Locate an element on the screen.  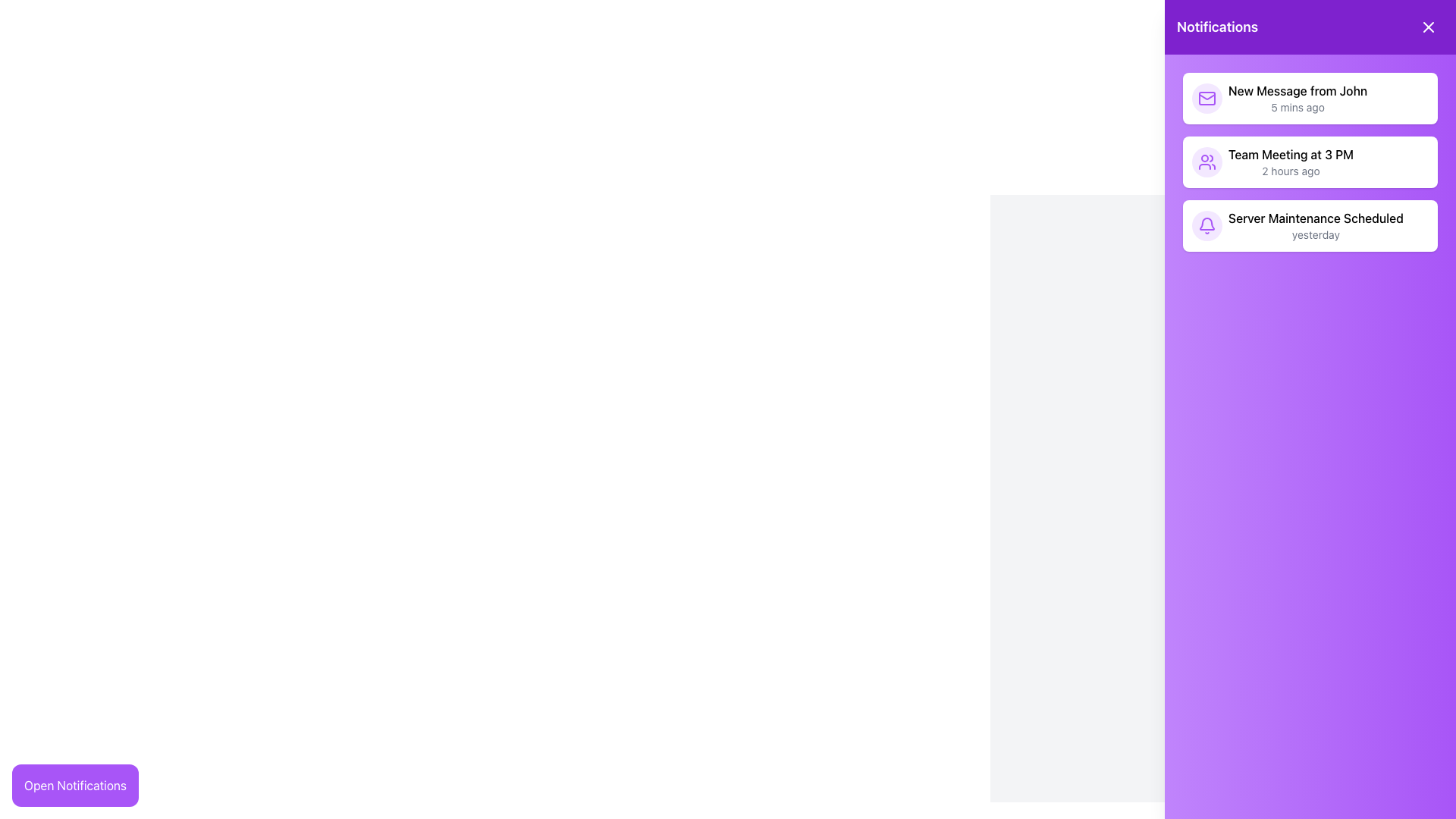
text 'Server Maintenance Scheduled' which is the primary text in the last notification item within a purple notification panel is located at coordinates (1315, 218).